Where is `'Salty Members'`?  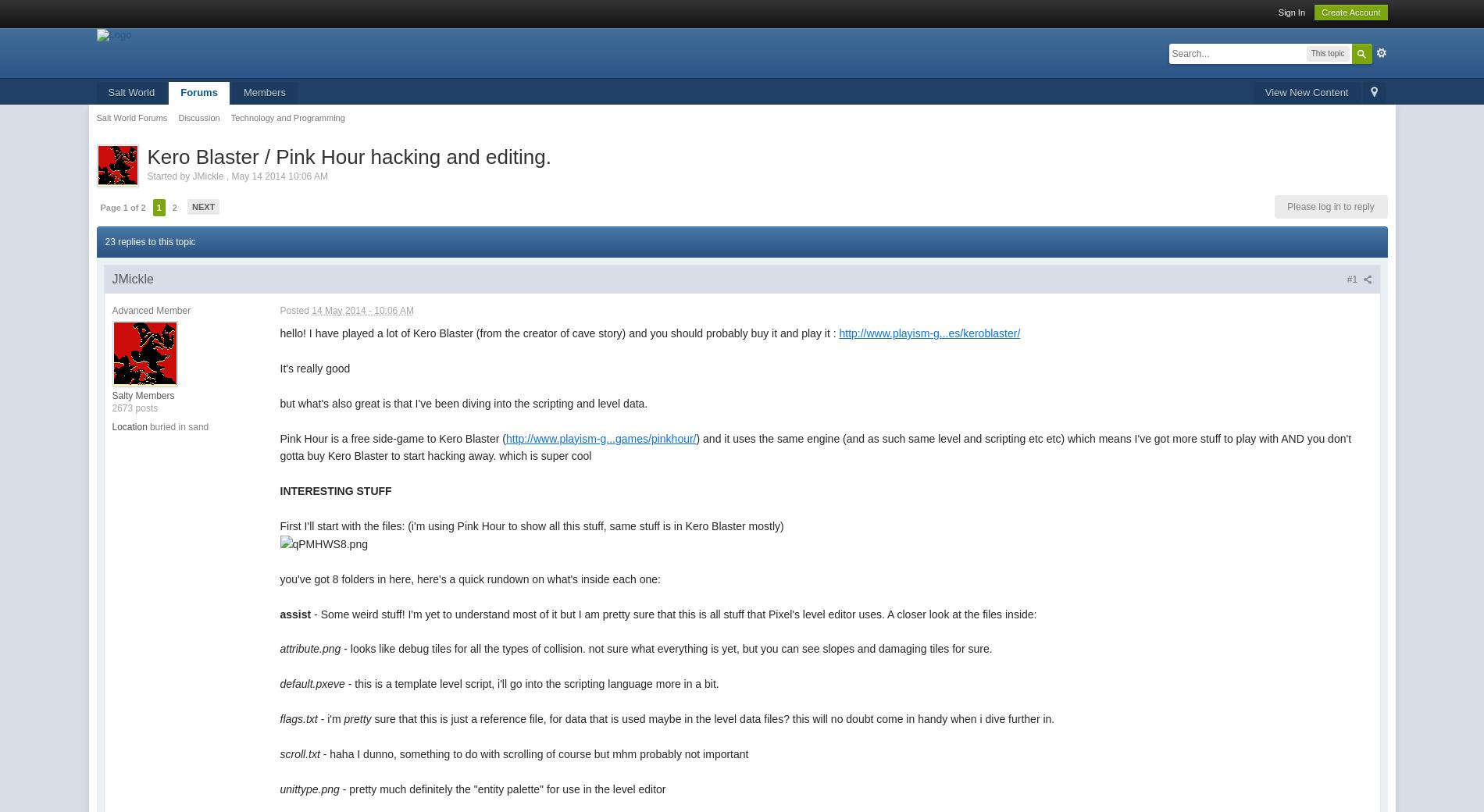
'Salty Members' is located at coordinates (112, 396).